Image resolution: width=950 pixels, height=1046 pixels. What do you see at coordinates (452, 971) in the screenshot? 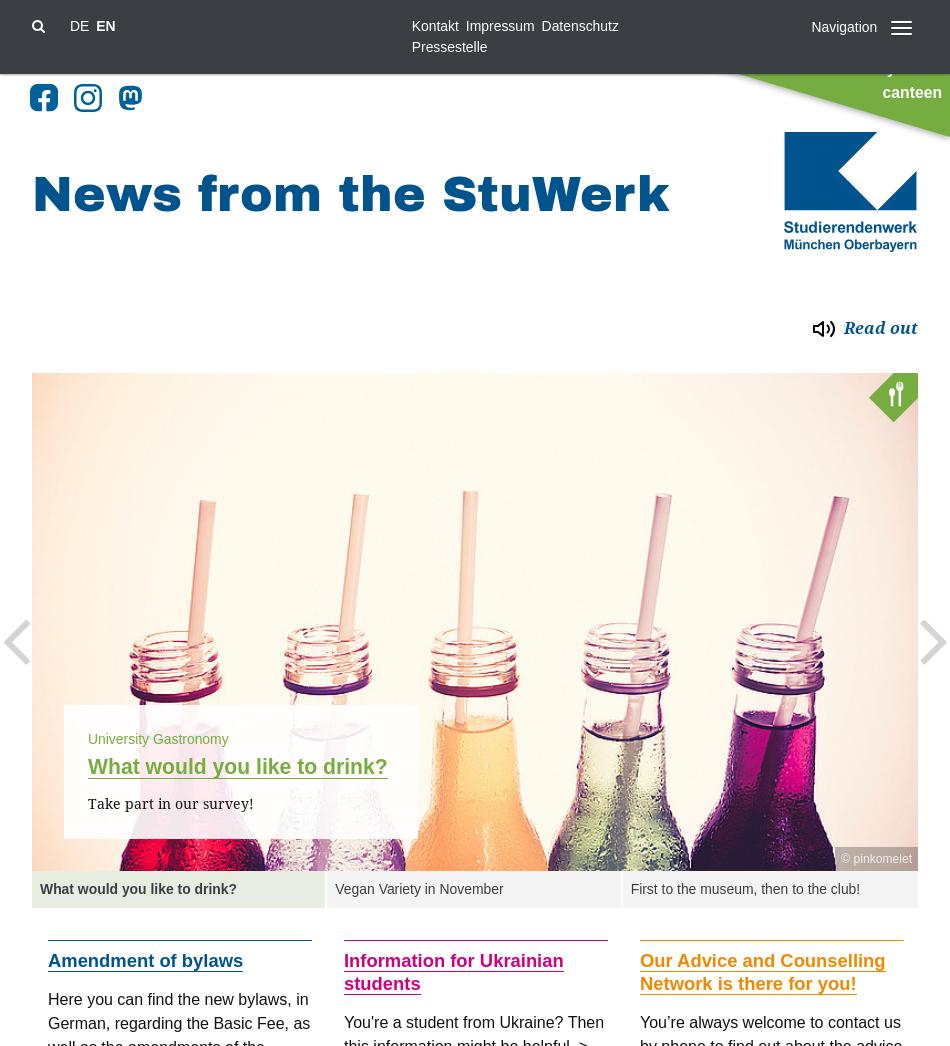
I see `'Information for Ukrainian students'` at bounding box center [452, 971].